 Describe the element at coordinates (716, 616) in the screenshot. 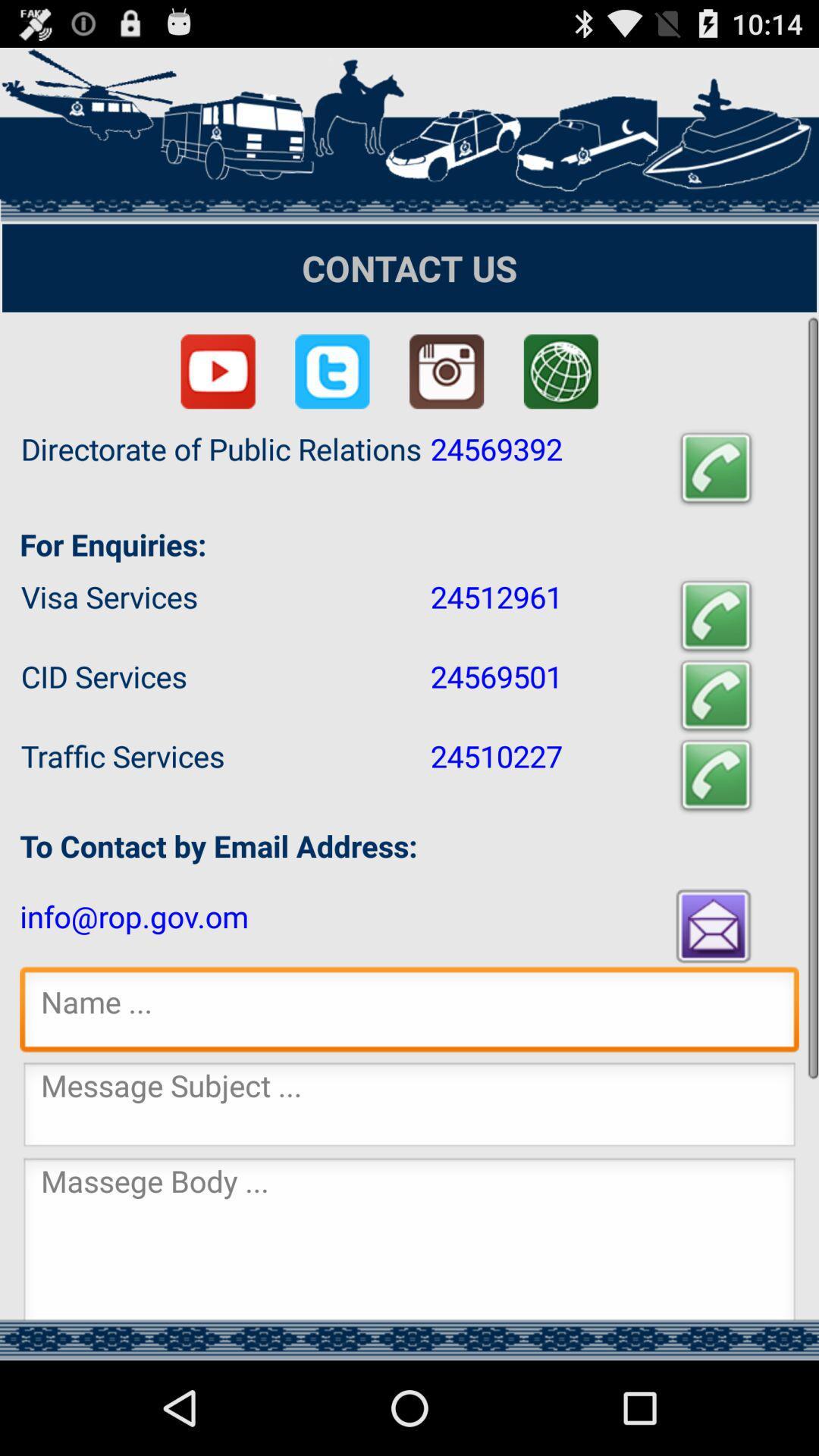

I see `call visa services` at that location.